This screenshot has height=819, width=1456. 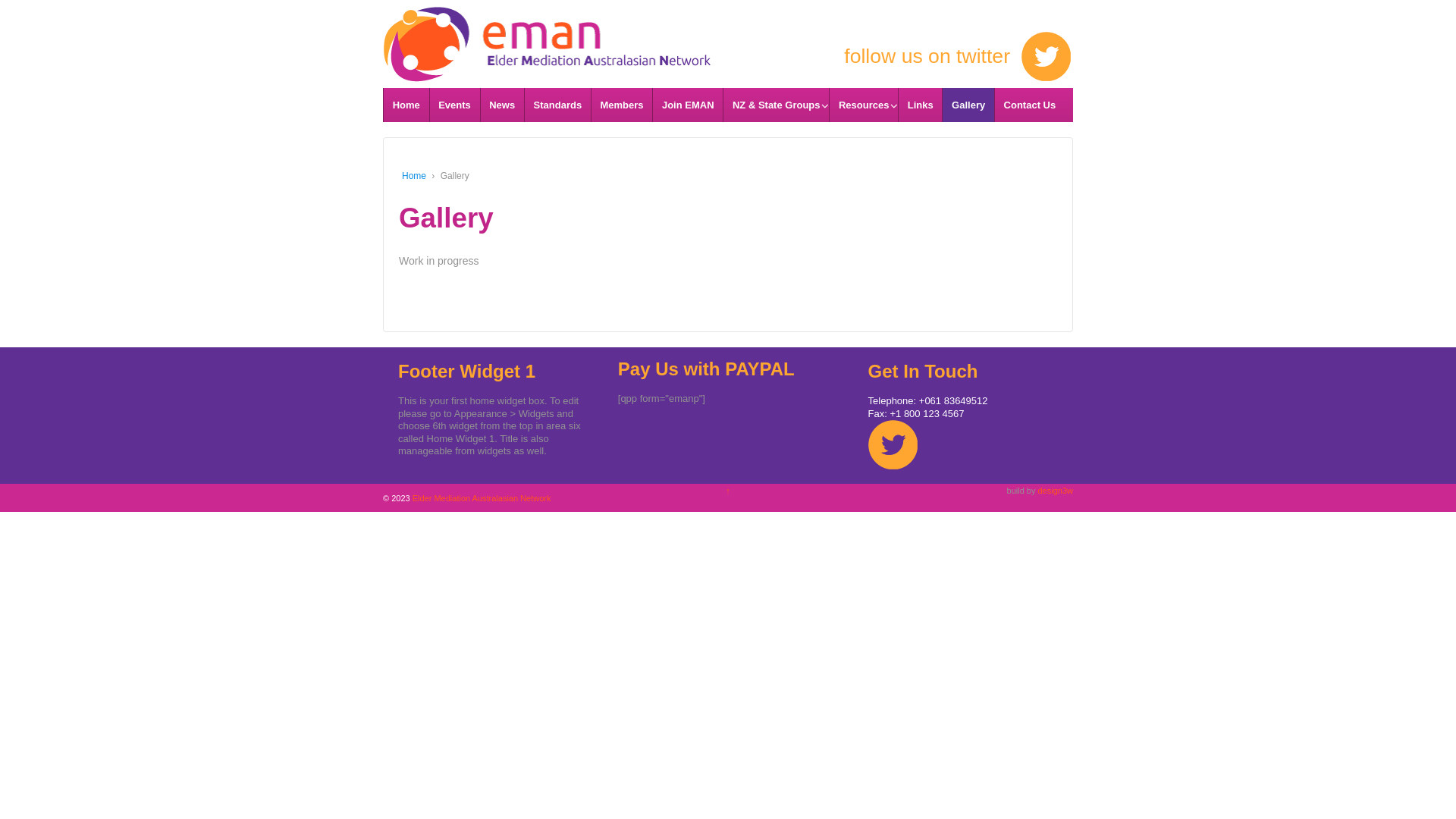 What do you see at coordinates (967, 104) in the screenshot?
I see `'Gallery'` at bounding box center [967, 104].